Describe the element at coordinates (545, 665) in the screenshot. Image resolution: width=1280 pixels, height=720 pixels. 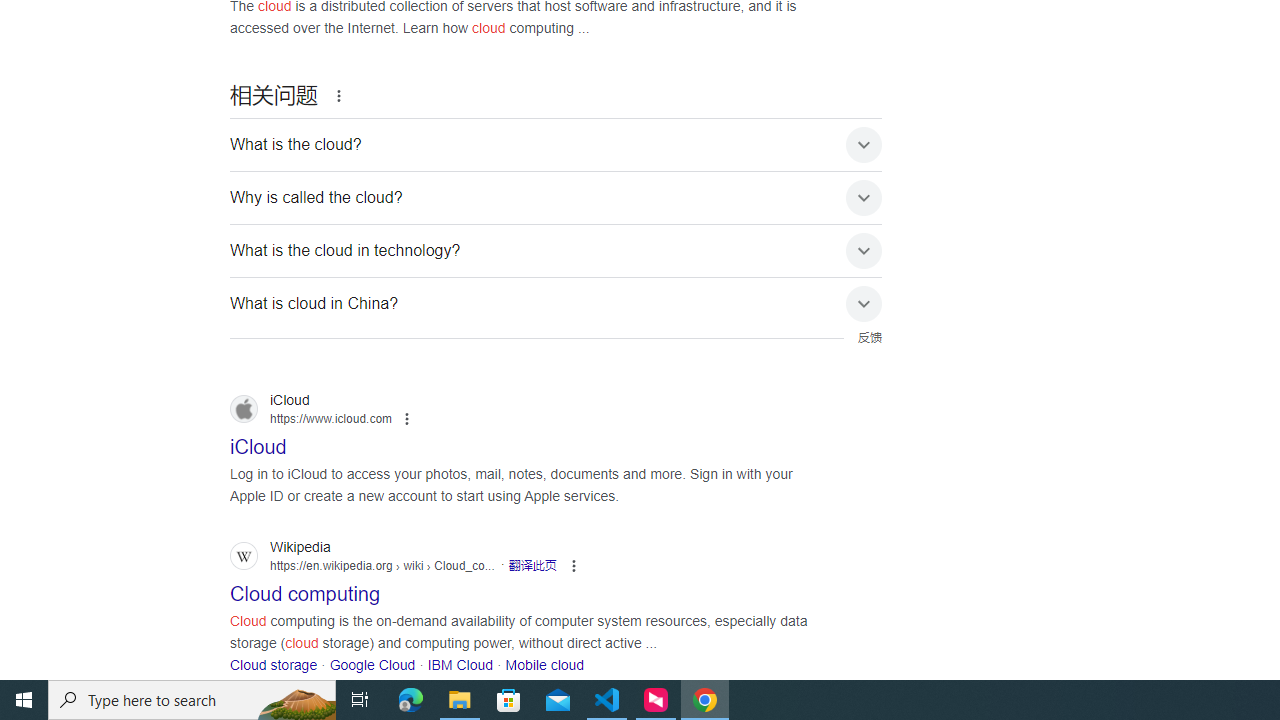
I see `'Mobile cloud'` at that location.